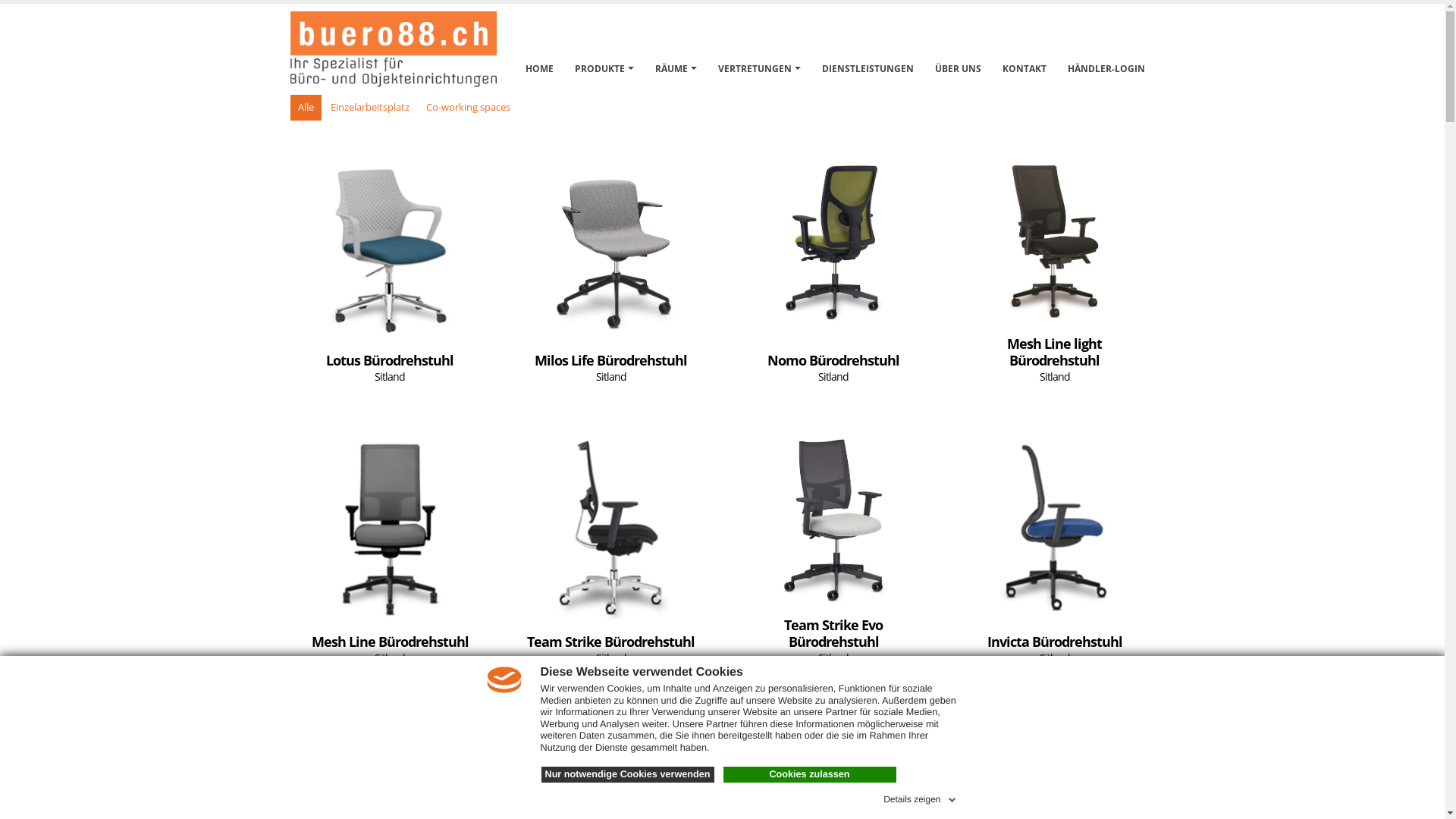 This screenshot has width=1456, height=819. What do you see at coordinates (723, 775) in the screenshot?
I see `'Cookies zulassen'` at bounding box center [723, 775].